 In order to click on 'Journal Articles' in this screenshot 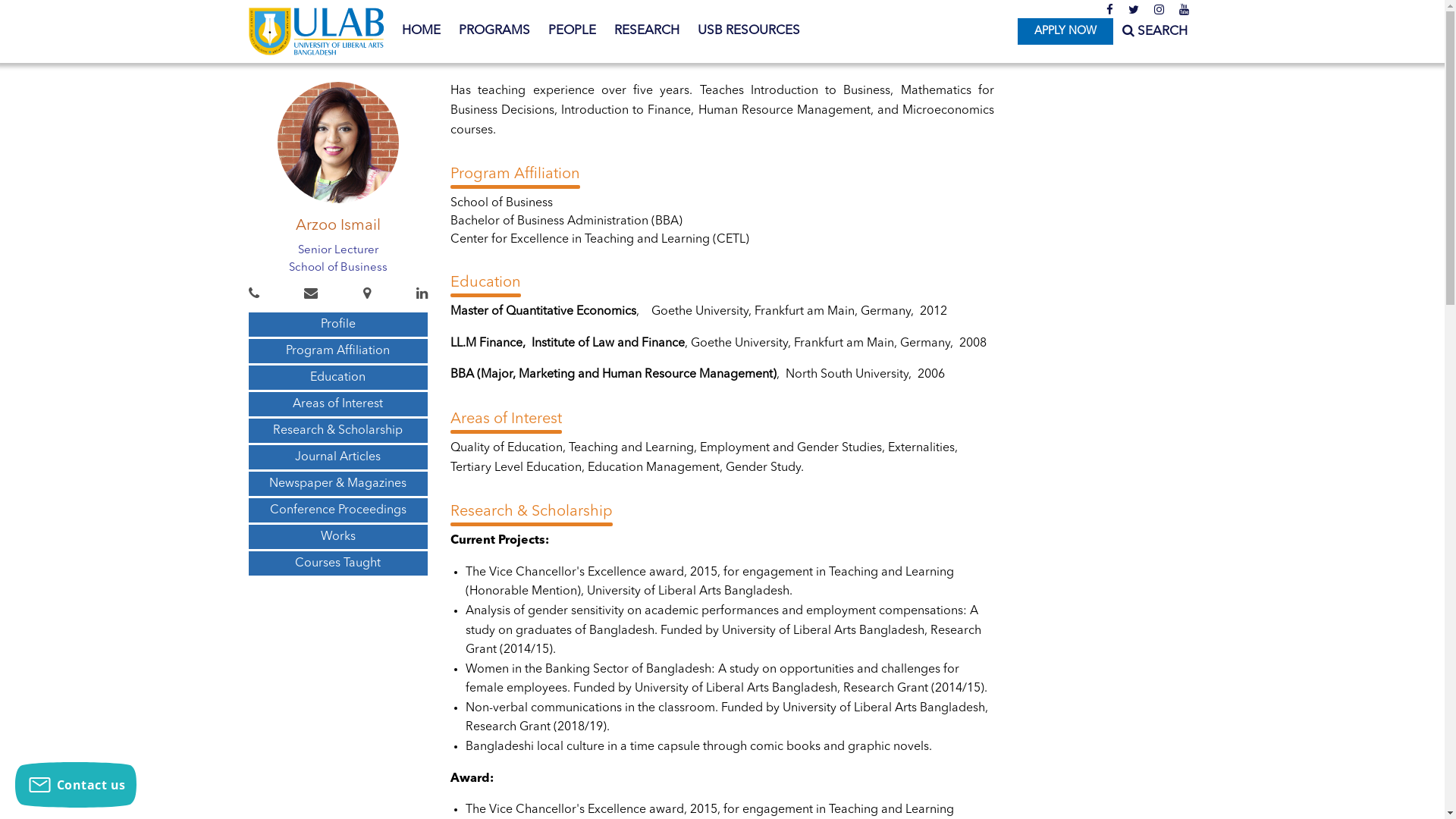, I will do `click(337, 456)`.